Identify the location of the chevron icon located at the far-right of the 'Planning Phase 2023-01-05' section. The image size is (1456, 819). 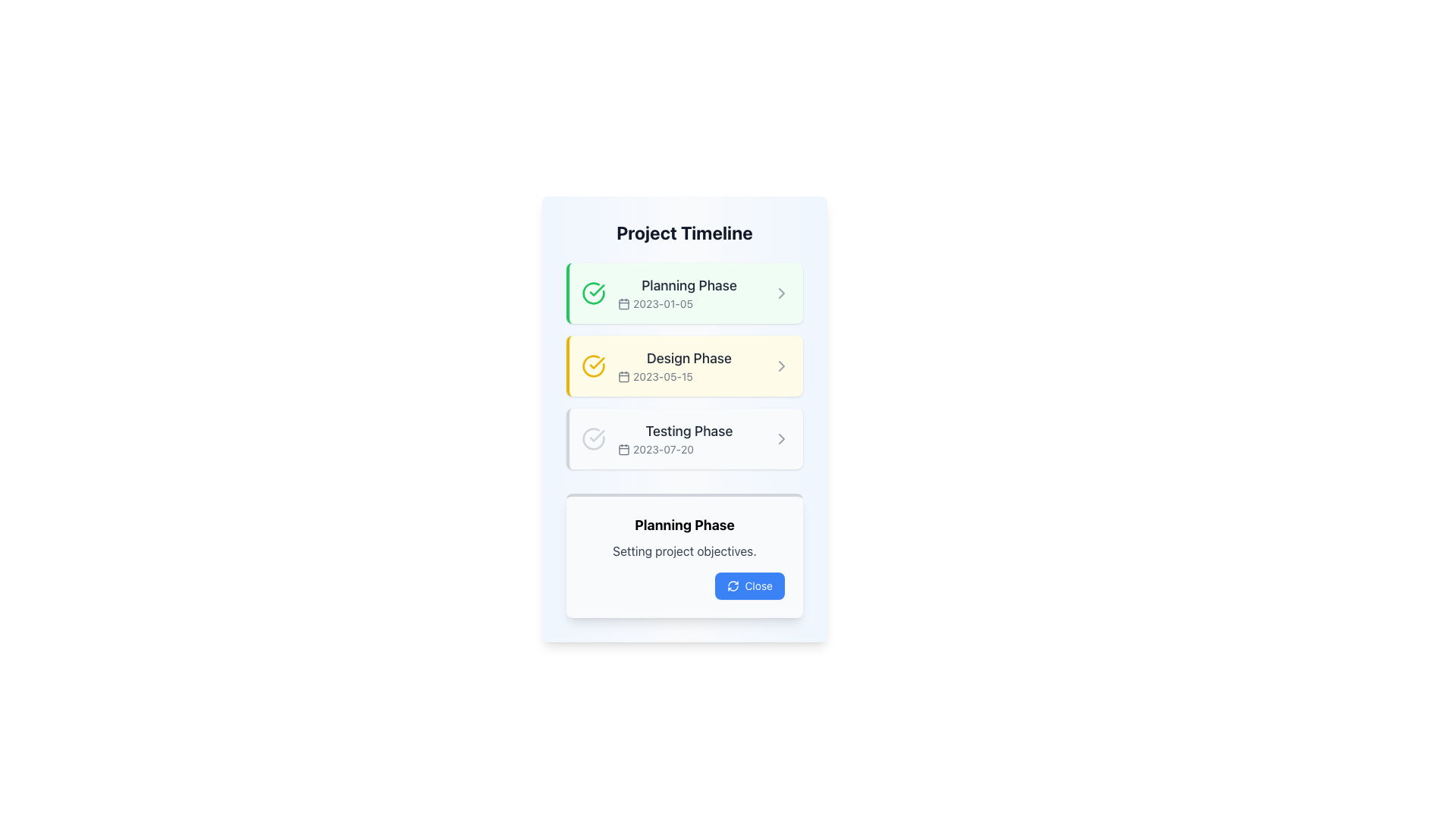
(782, 293).